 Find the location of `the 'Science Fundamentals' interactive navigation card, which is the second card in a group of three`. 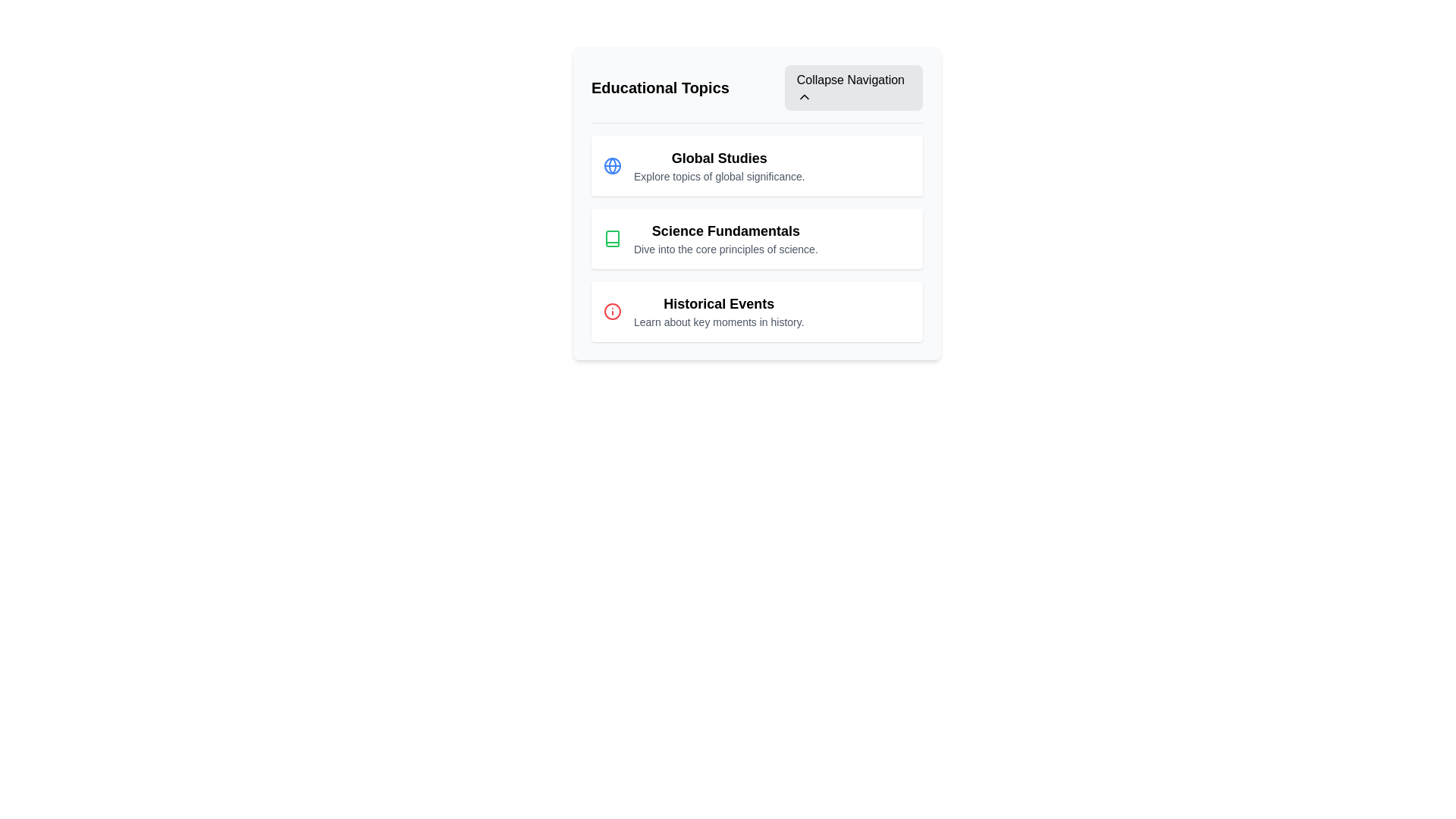

the 'Science Fundamentals' interactive navigation card, which is the second card in a group of three is located at coordinates (757, 202).